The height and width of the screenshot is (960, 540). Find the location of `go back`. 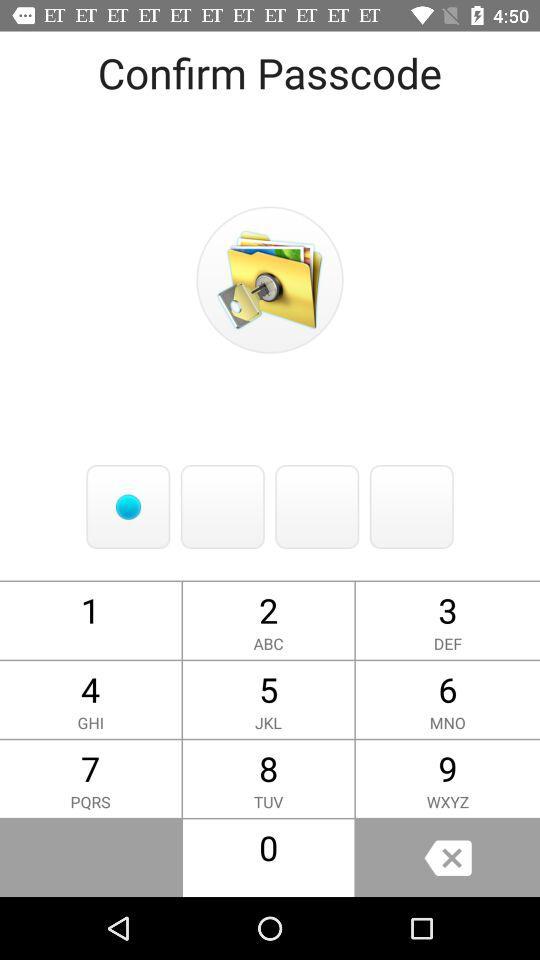

go back is located at coordinates (447, 857).